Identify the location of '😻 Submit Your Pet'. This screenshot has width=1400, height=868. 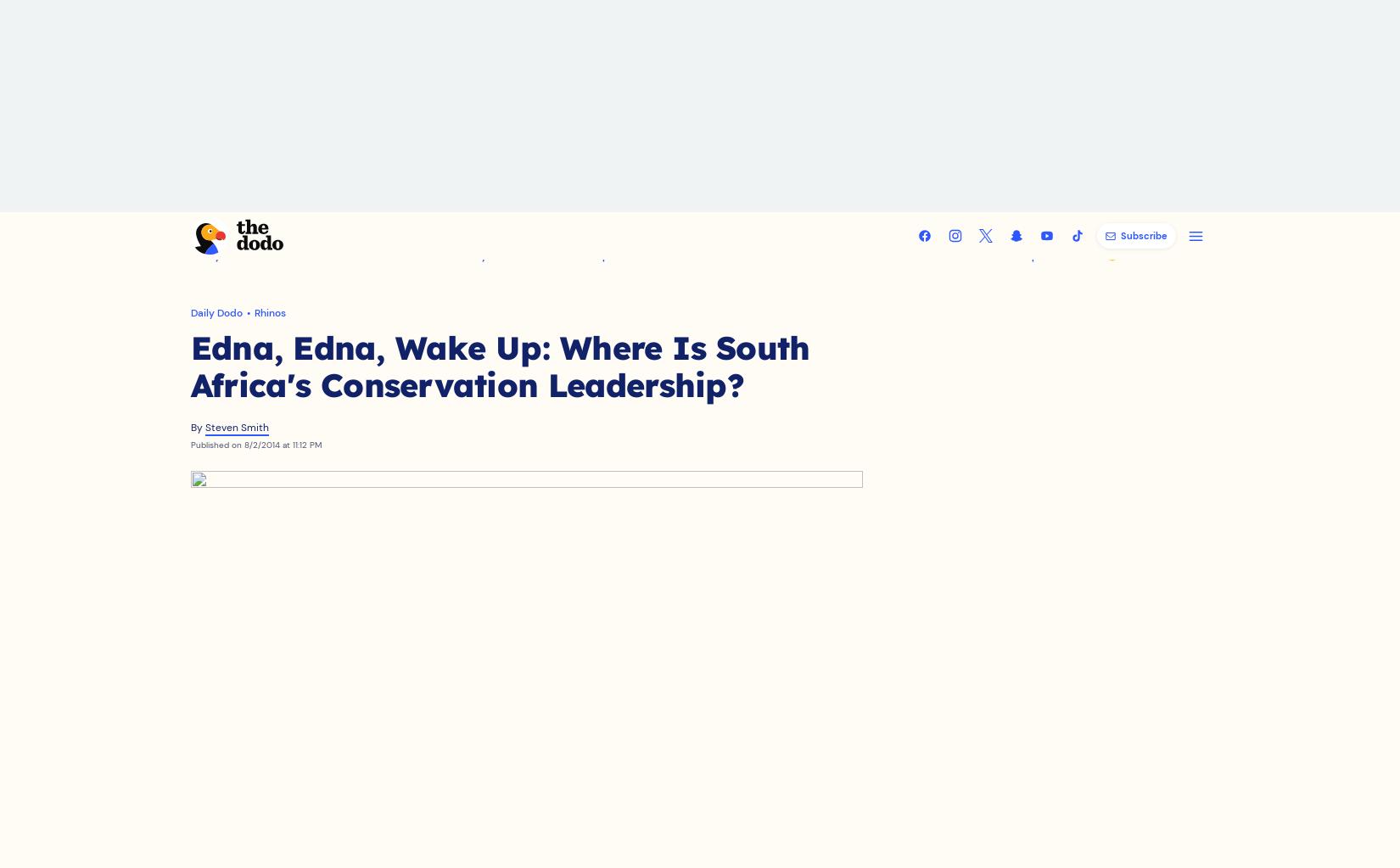
(1105, 273).